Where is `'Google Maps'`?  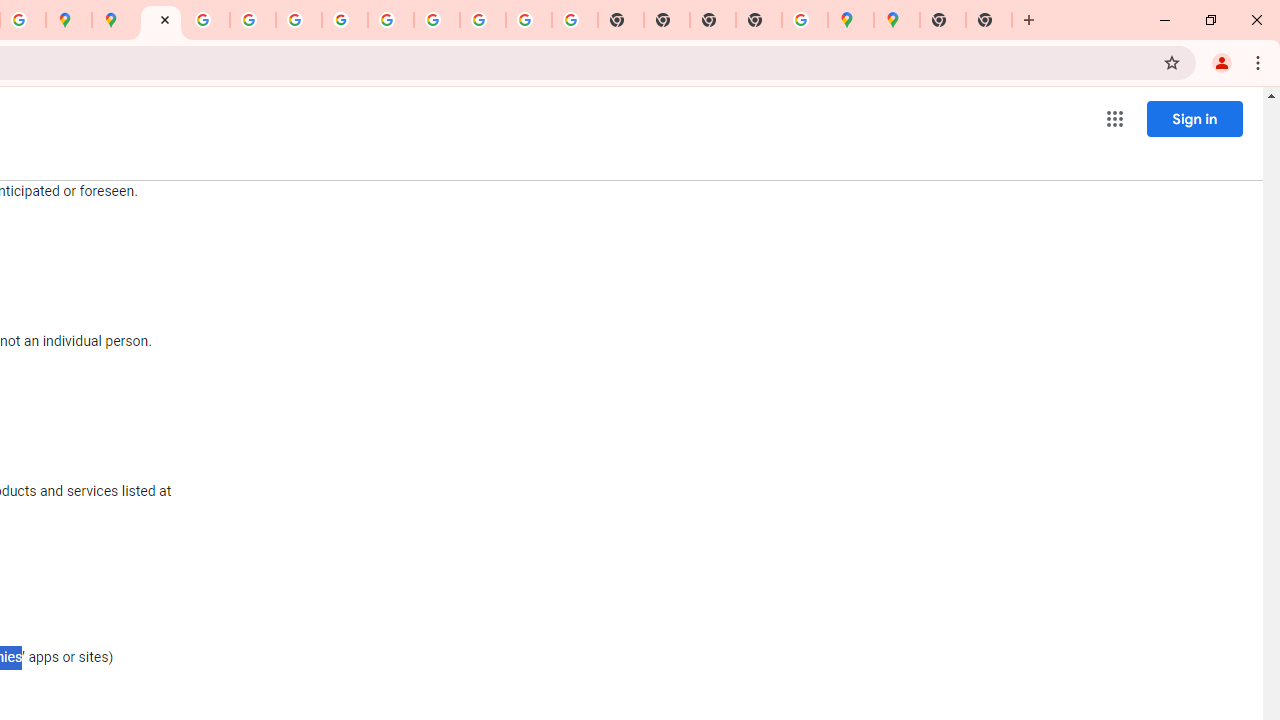 'Google Maps' is located at coordinates (896, 20).